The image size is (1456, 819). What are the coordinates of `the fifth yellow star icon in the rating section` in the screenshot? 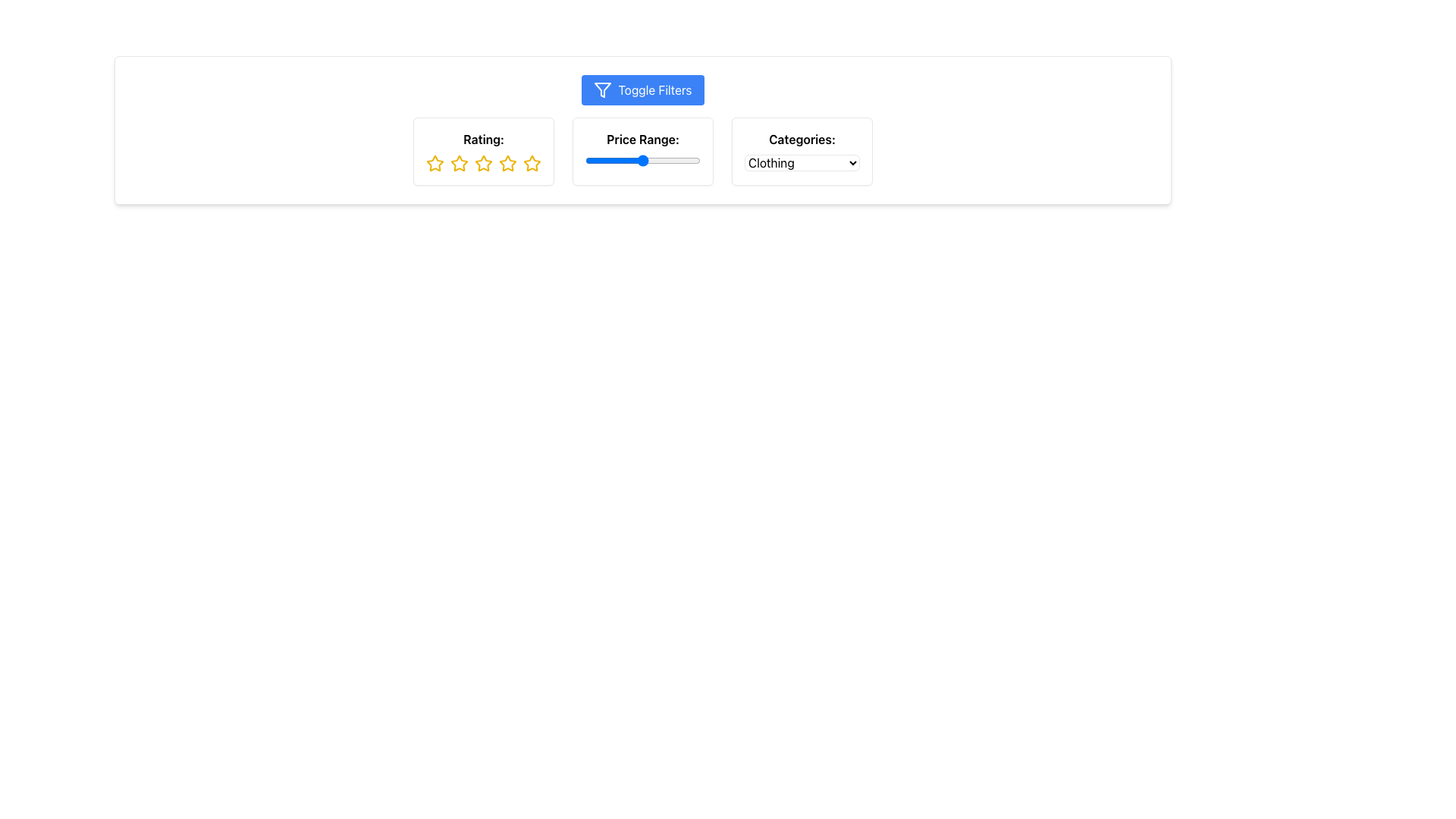 It's located at (532, 164).